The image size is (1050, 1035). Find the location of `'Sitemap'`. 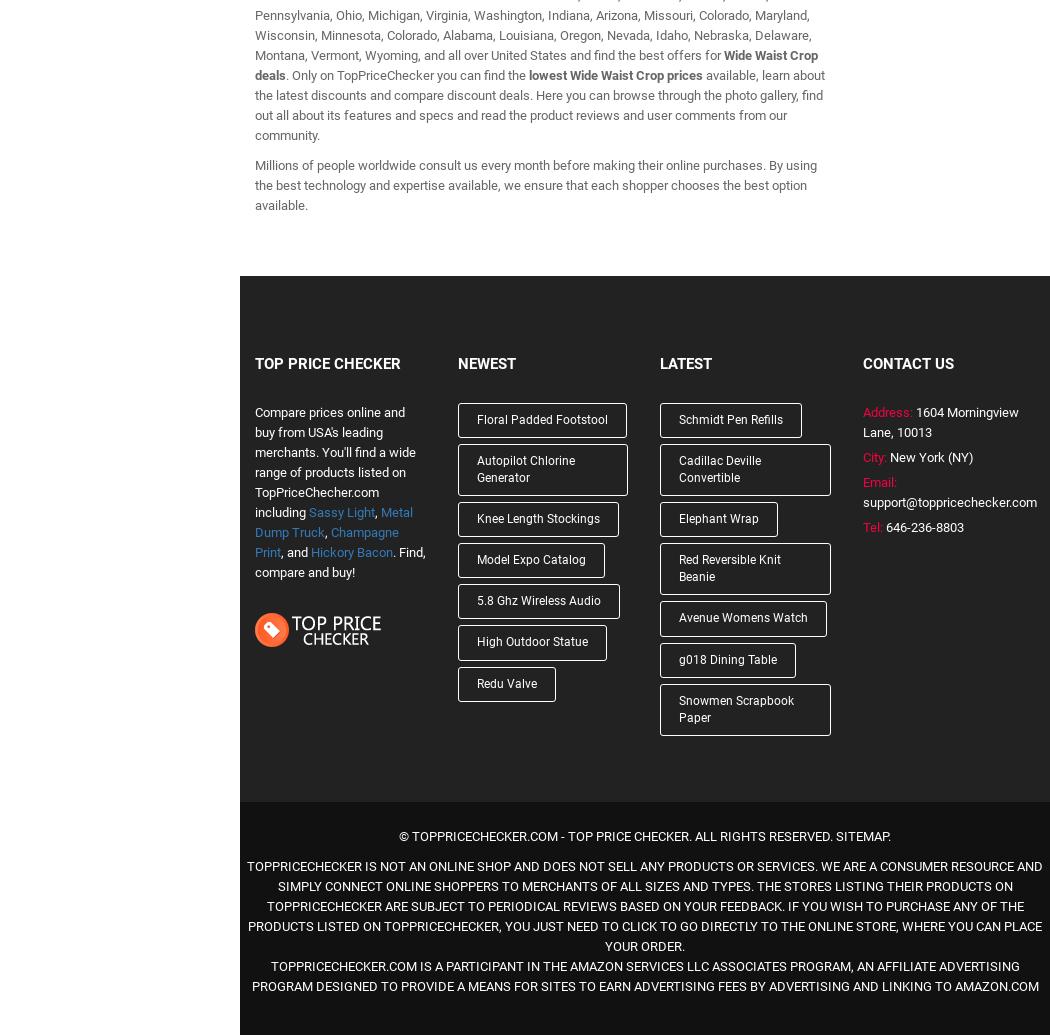

'Sitemap' is located at coordinates (862, 835).